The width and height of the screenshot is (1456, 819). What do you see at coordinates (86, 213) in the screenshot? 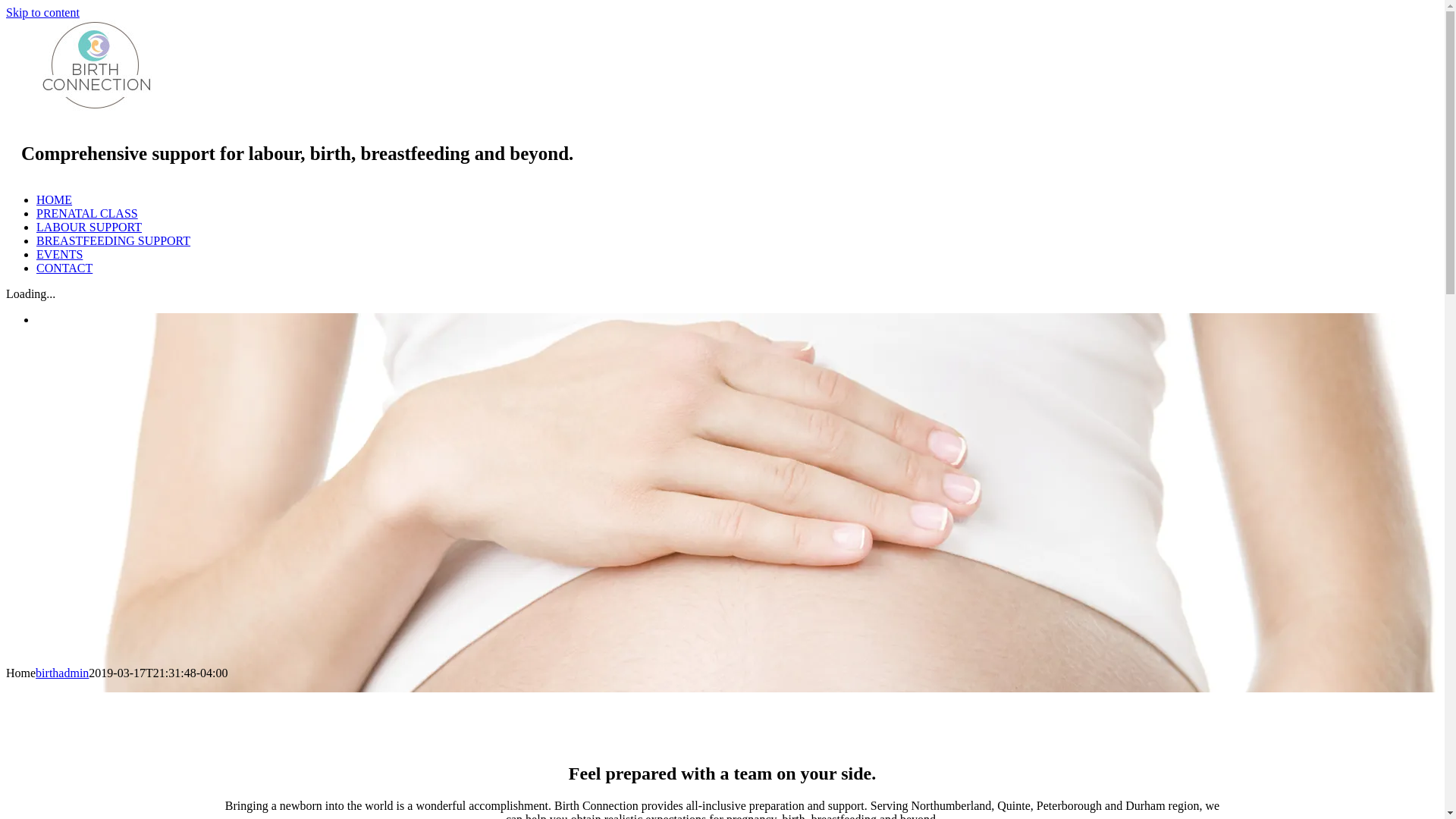
I see `'PRENATAL CLASS'` at bounding box center [86, 213].